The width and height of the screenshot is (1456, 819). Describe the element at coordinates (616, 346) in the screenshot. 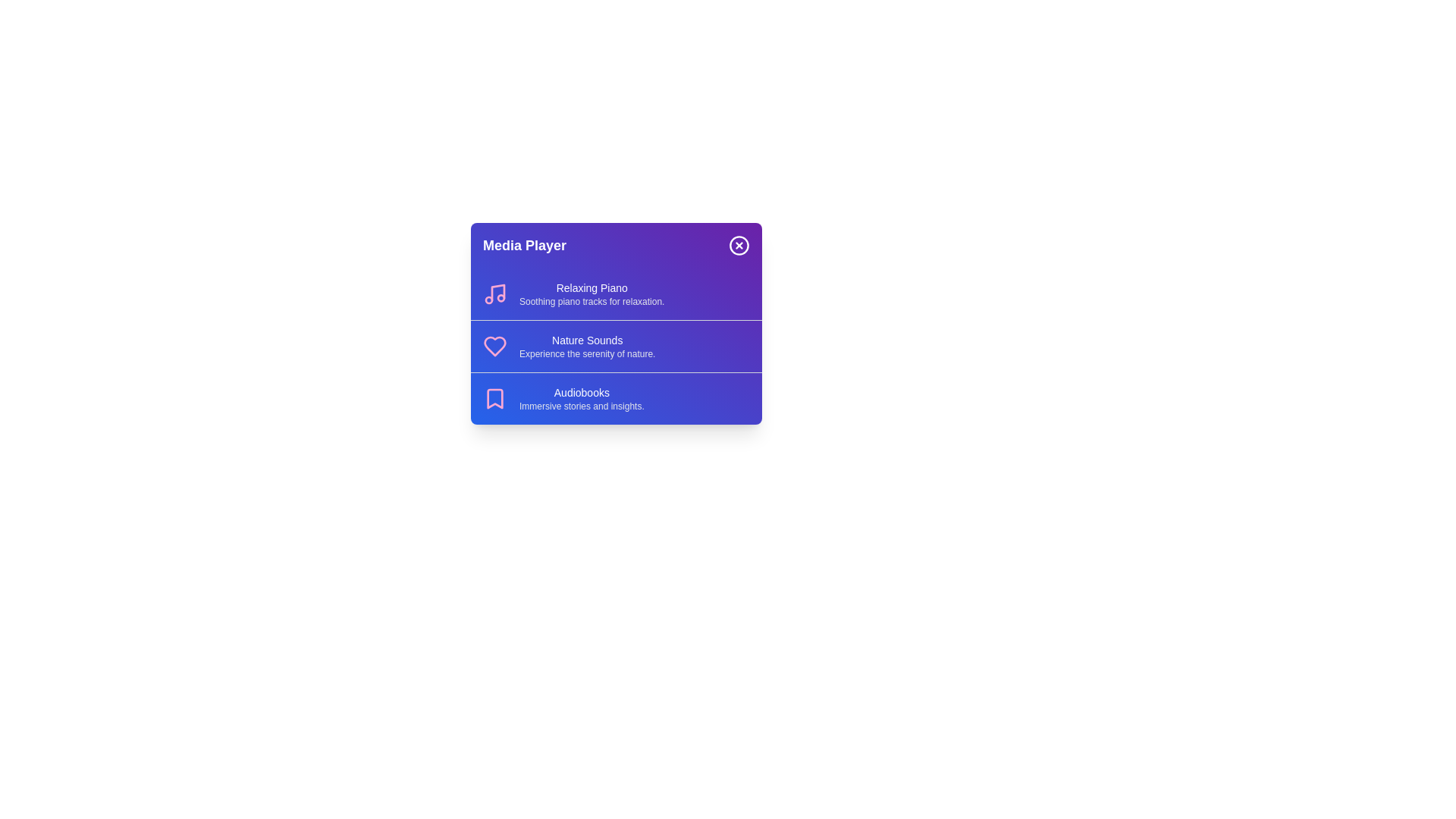

I see `the media item Nature Sounds from the menu` at that location.